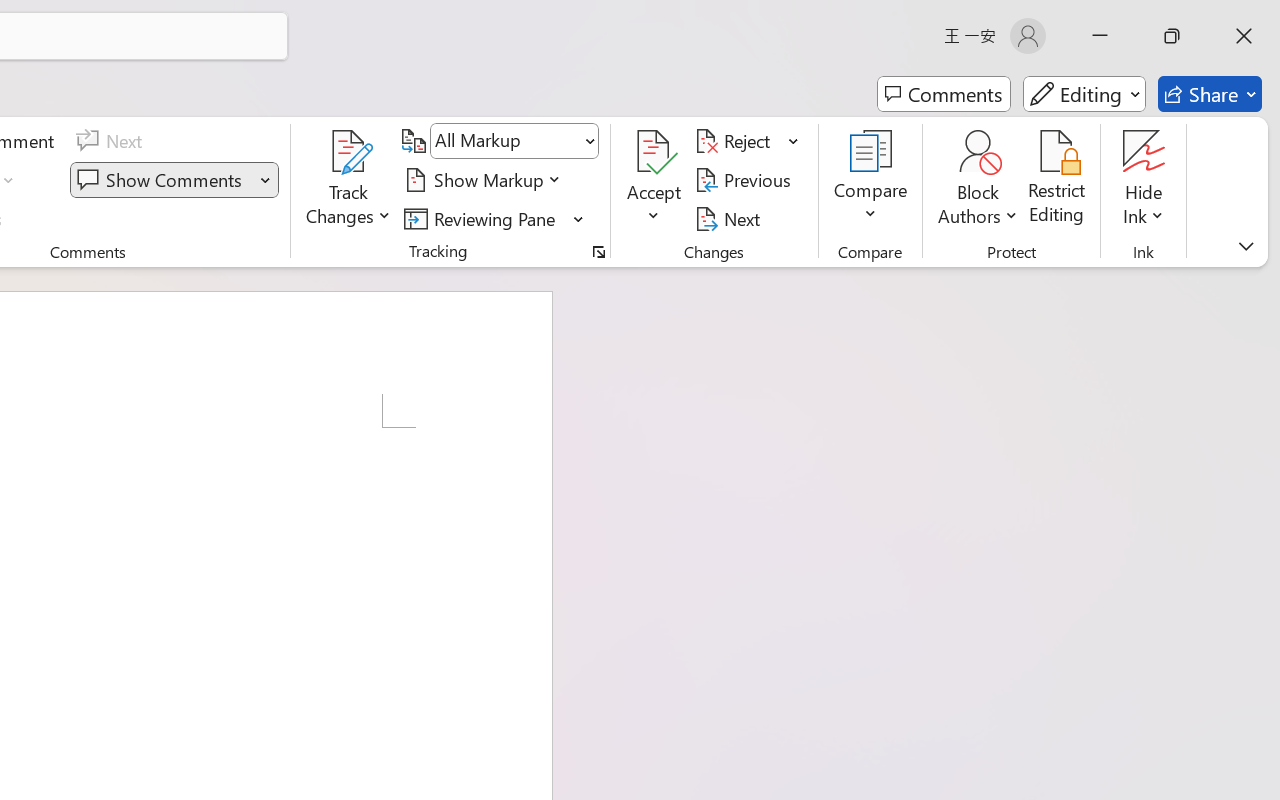  What do you see at coordinates (494, 218) in the screenshot?
I see `'Reviewing Pane'` at bounding box center [494, 218].